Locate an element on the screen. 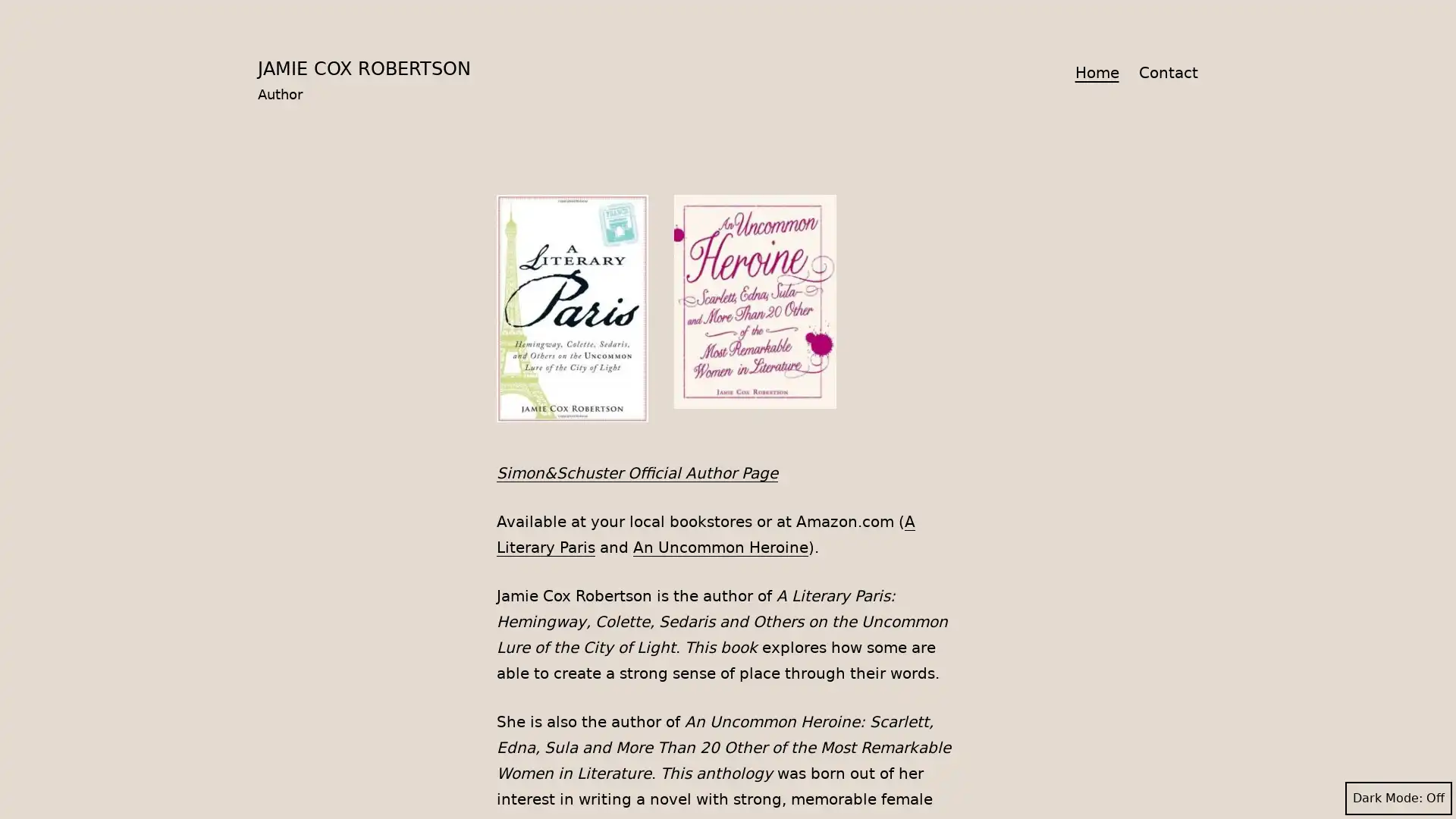 This screenshot has width=1456, height=819. Dark Mode: is located at coordinates (1398, 798).